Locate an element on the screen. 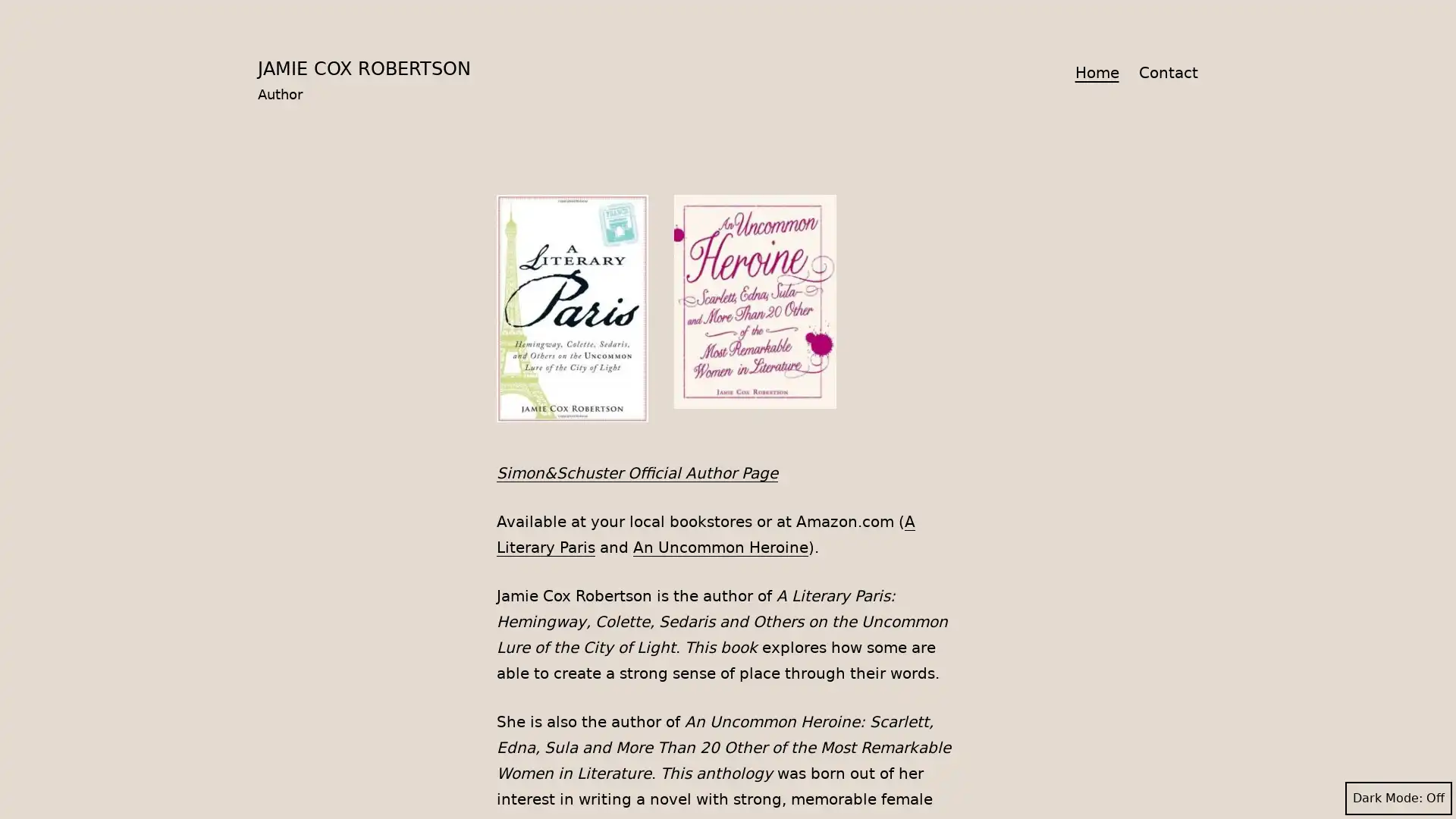 This screenshot has width=1456, height=819. Dark Mode: is located at coordinates (1398, 798).